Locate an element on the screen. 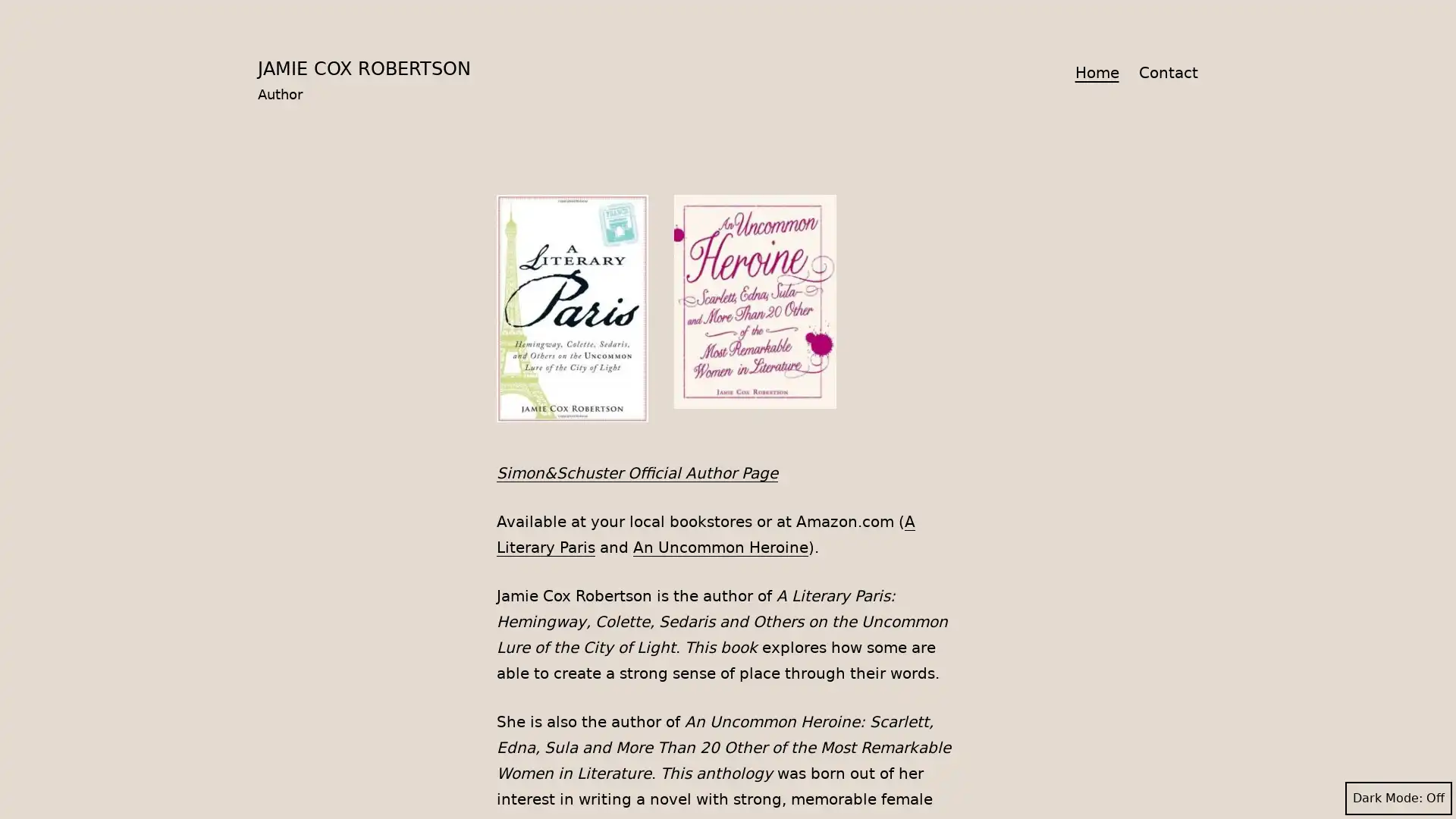 This screenshot has width=1456, height=819. Dark Mode: is located at coordinates (1398, 798).